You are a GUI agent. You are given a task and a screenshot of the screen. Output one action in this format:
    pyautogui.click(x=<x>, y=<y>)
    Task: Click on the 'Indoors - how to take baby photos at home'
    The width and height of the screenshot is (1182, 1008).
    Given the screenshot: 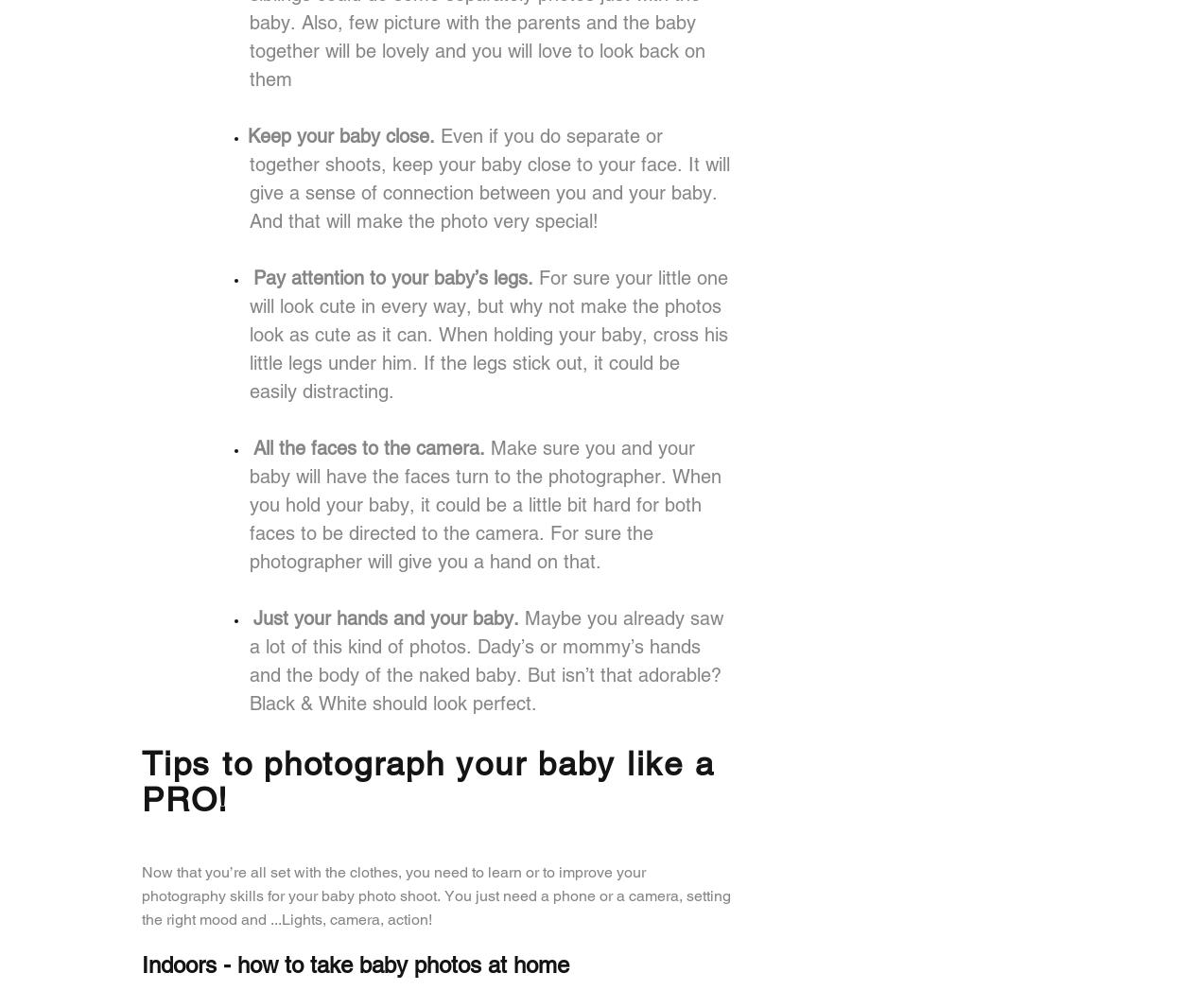 What is the action you would take?
    pyautogui.click(x=356, y=964)
    